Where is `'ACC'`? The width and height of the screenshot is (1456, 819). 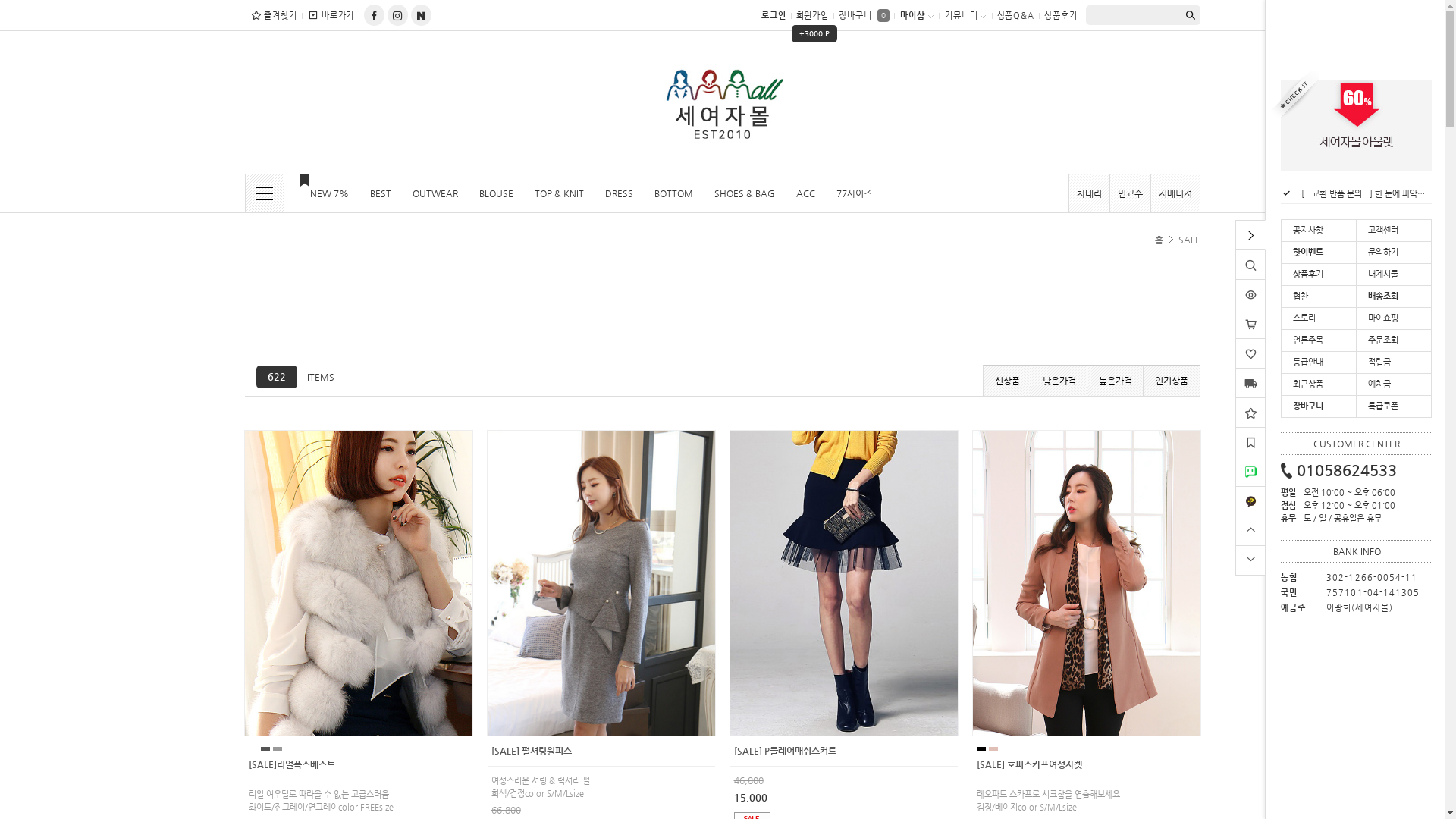 'ACC' is located at coordinates (805, 192).